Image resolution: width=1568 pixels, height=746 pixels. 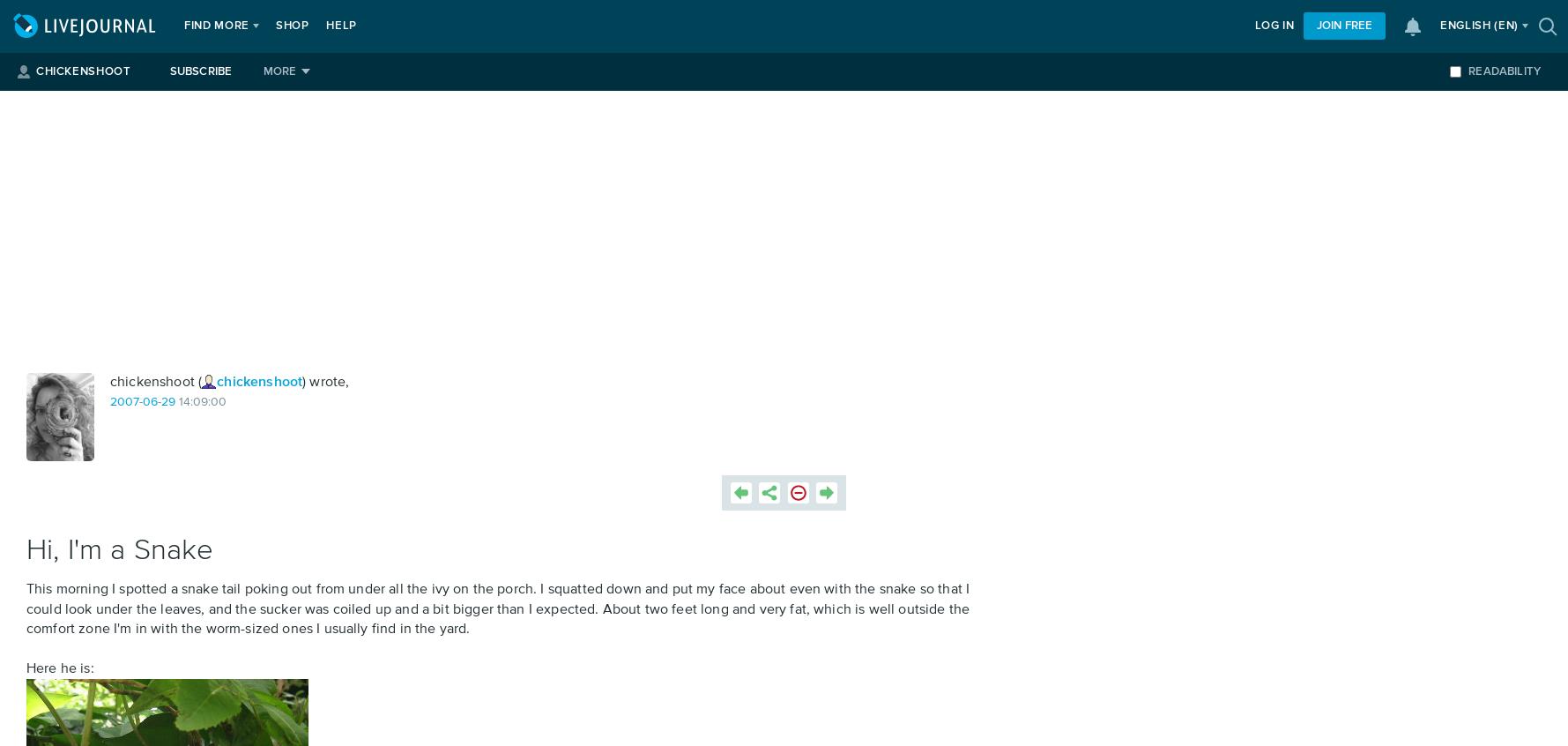 What do you see at coordinates (124, 400) in the screenshot?
I see `'2007'` at bounding box center [124, 400].